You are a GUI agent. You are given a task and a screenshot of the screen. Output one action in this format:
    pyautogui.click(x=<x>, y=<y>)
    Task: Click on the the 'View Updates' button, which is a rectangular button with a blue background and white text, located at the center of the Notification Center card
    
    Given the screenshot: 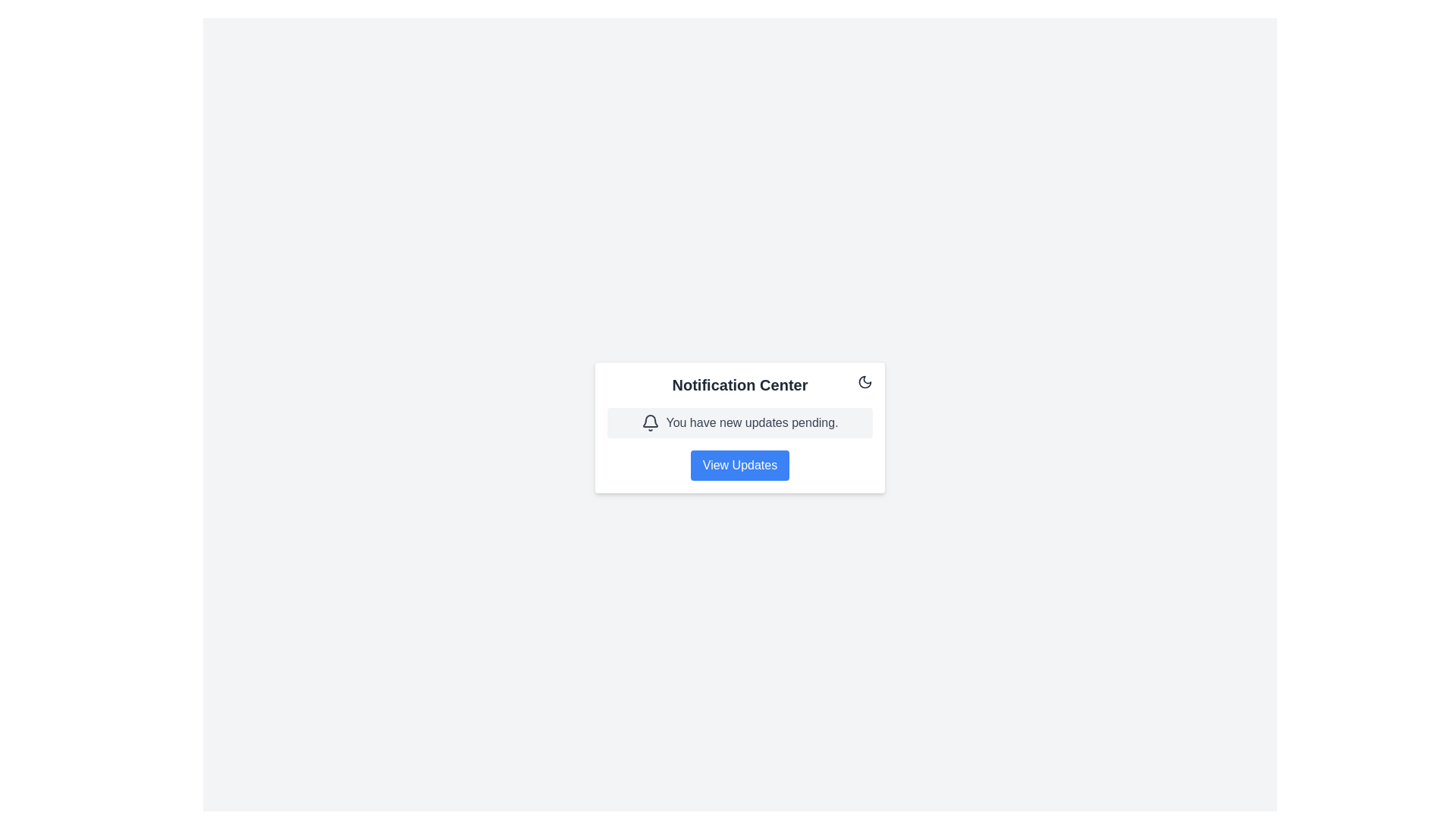 What is the action you would take?
    pyautogui.click(x=739, y=464)
    